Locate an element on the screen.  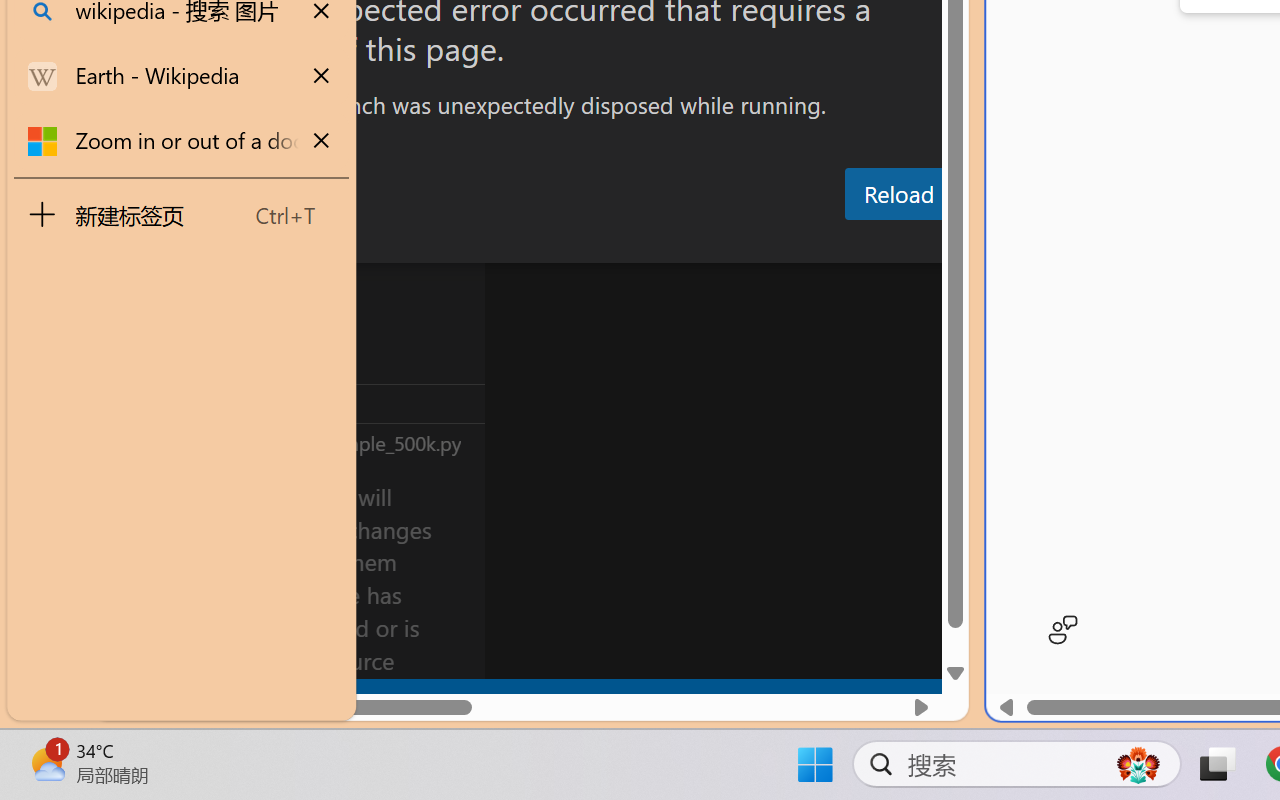
'Outline Section' is located at coordinates (331, 403).